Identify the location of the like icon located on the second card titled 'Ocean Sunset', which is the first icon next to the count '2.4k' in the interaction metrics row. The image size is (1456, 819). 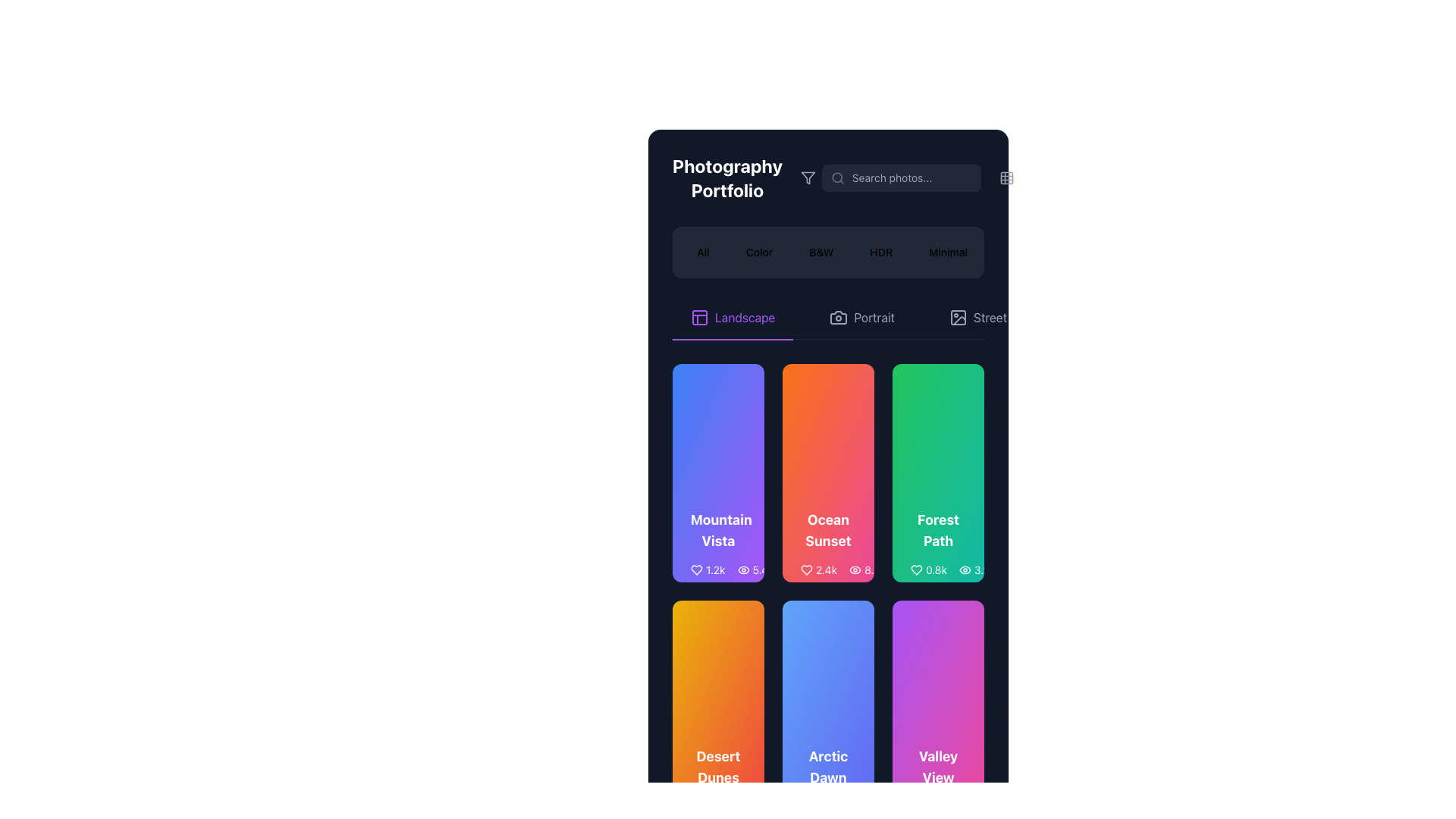
(806, 570).